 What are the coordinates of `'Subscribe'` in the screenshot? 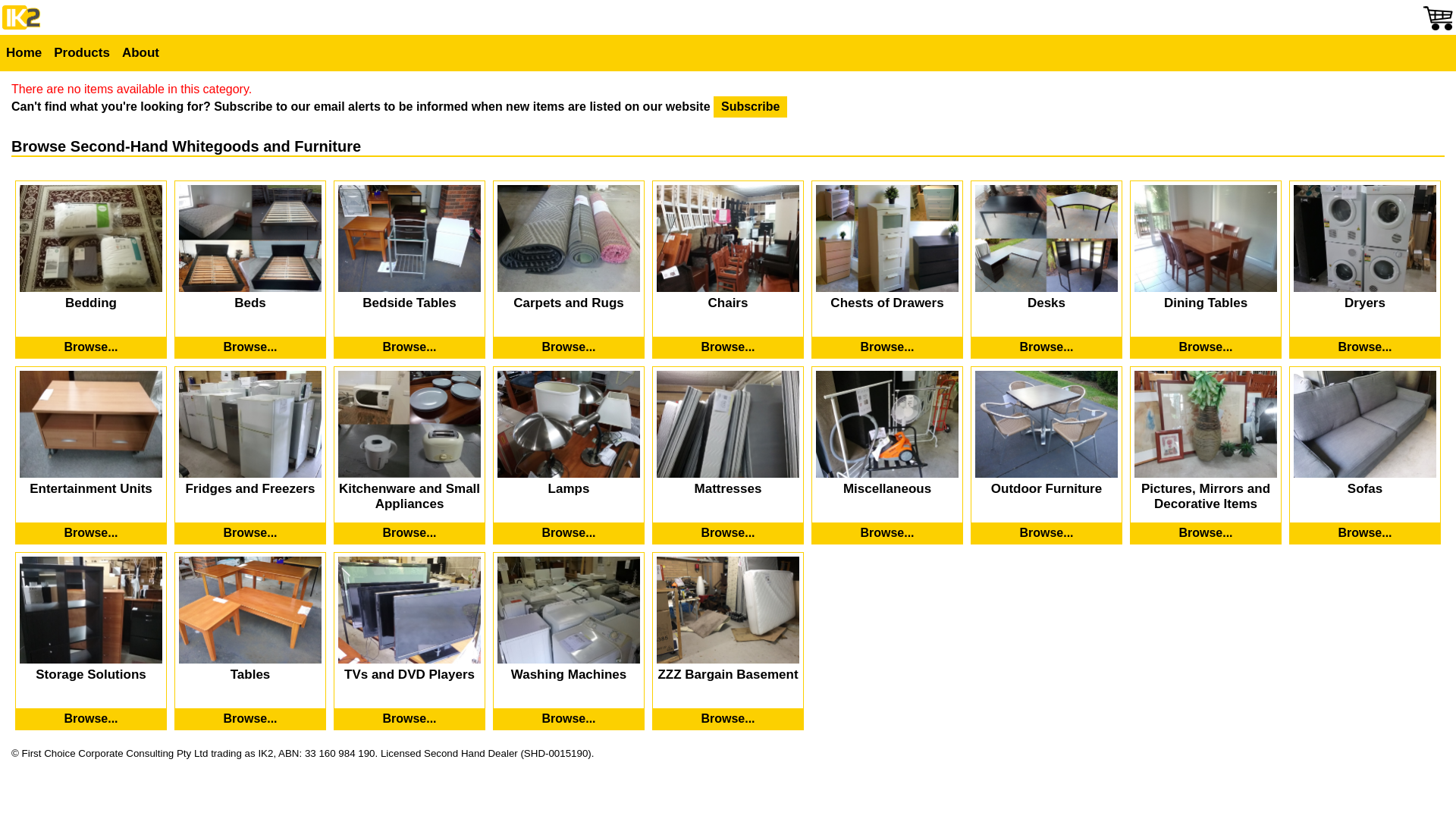 It's located at (750, 106).